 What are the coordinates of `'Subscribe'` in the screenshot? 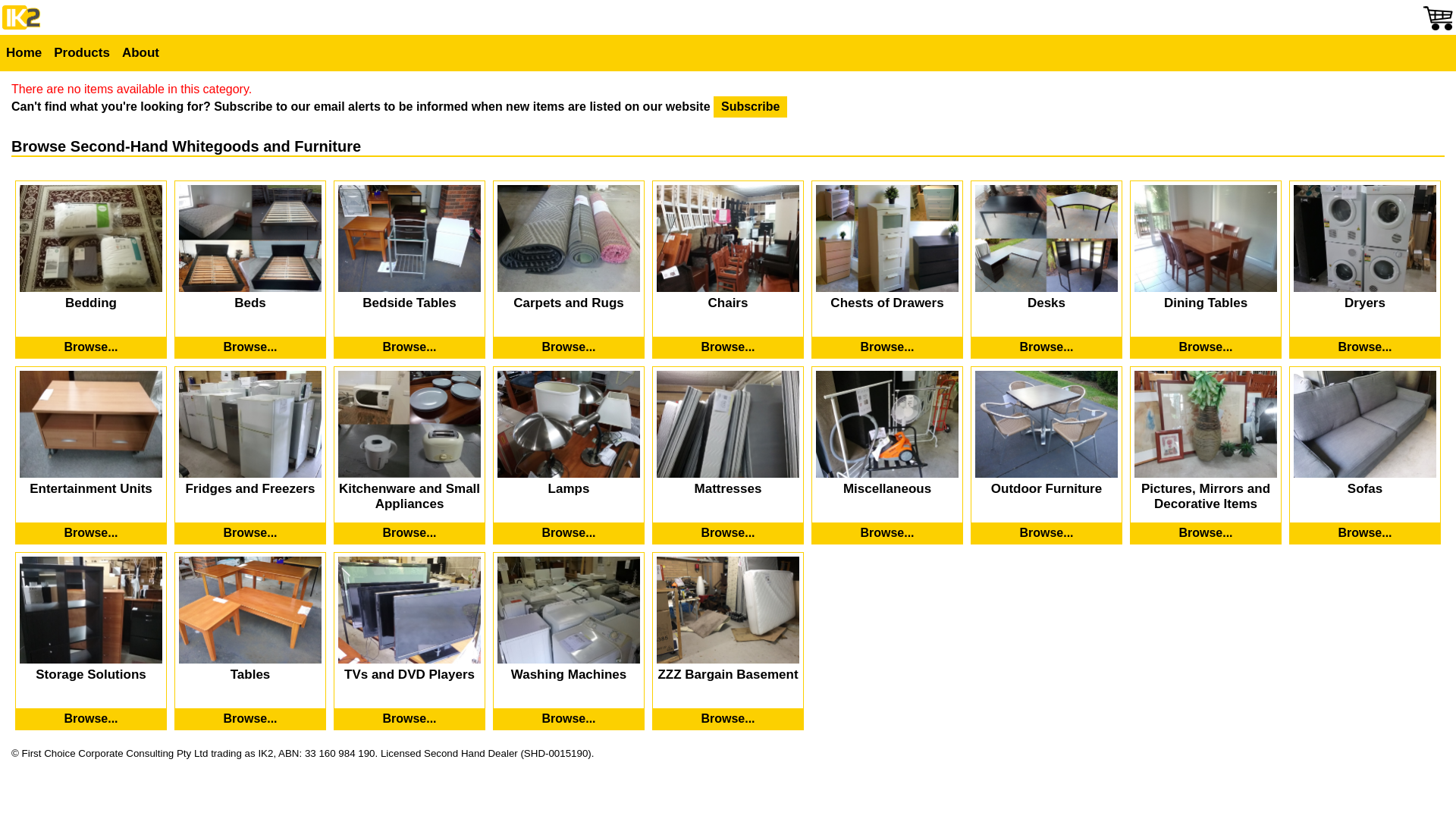 It's located at (750, 106).